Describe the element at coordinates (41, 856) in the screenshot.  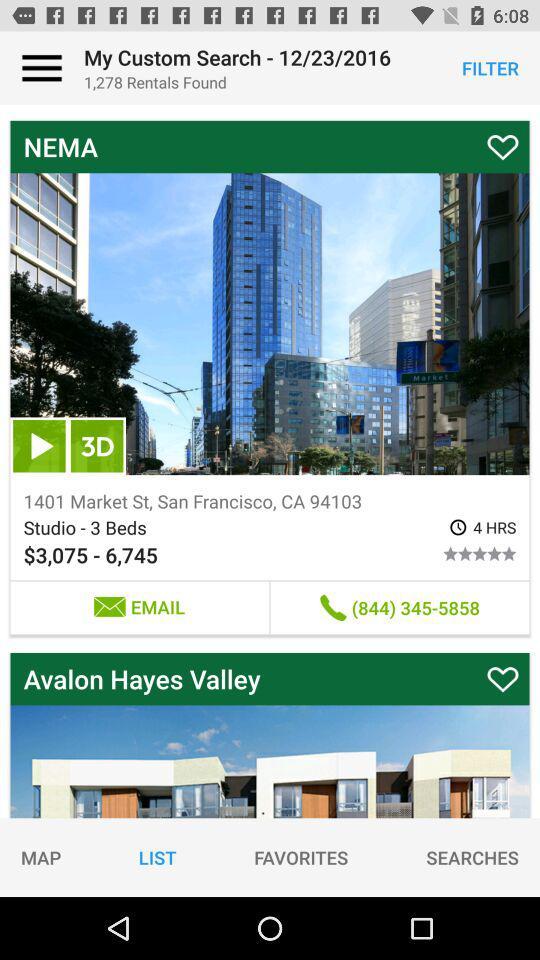
I see `the item to the left of the list item` at that location.